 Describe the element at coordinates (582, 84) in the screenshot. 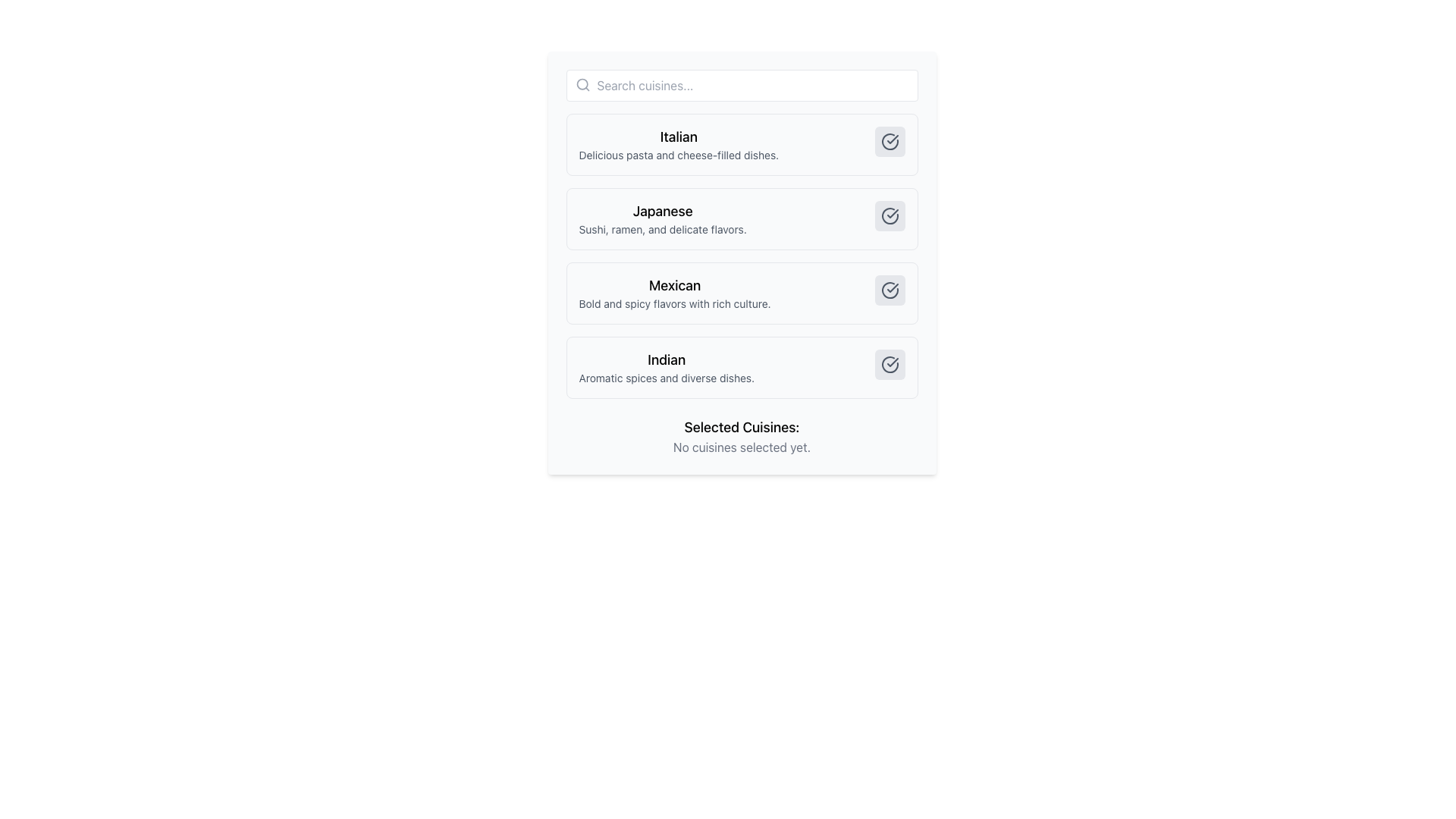

I see `the search icon located to the left of the search bar, which indicates the search functionality` at that location.